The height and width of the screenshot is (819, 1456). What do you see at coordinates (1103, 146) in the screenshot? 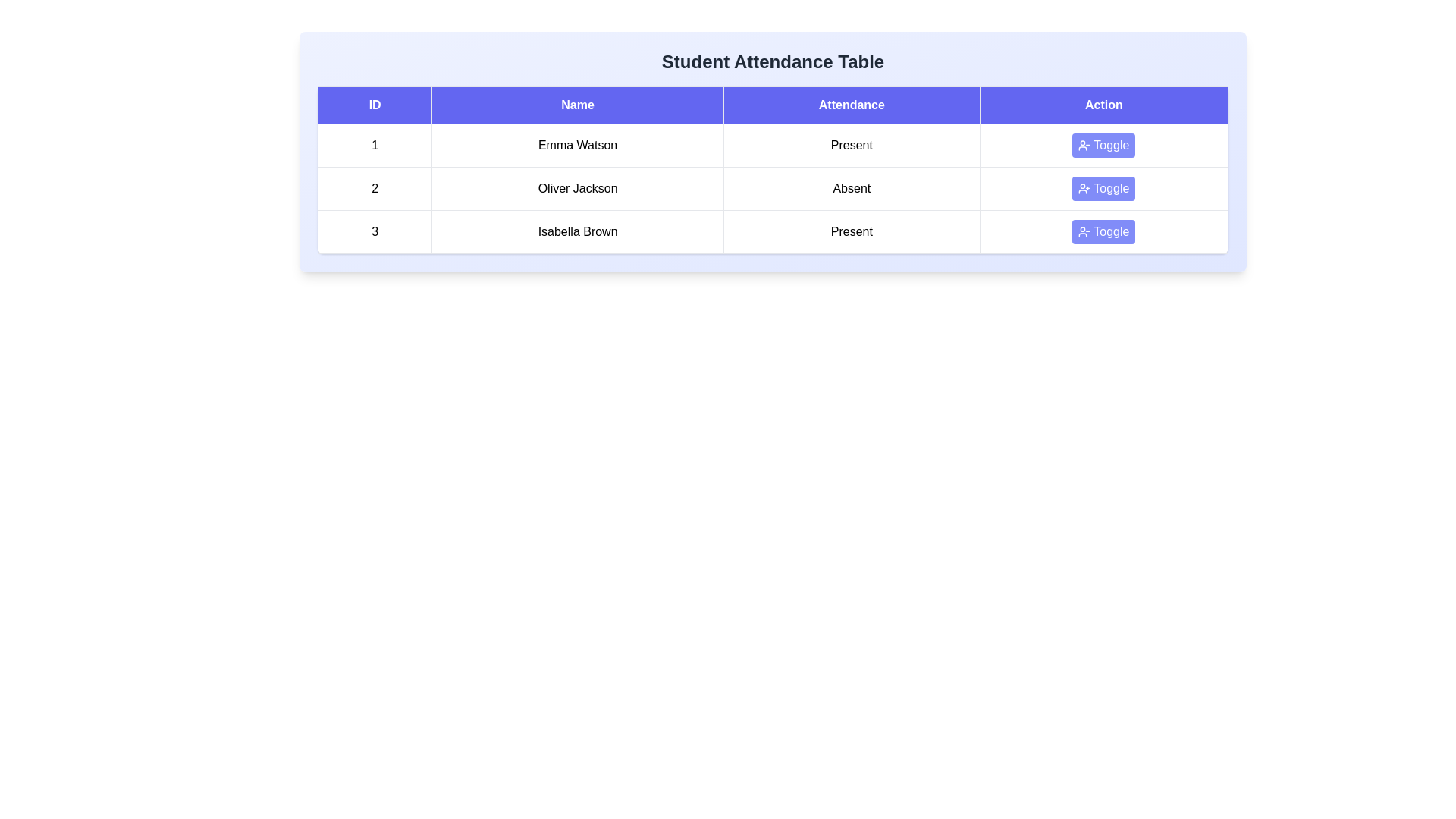
I see `the 'Toggle' button with a light indigo background and white text, located in the last column of the first row of the 'Student Attendance Table', to interact via keyboard` at bounding box center [1103, 146].